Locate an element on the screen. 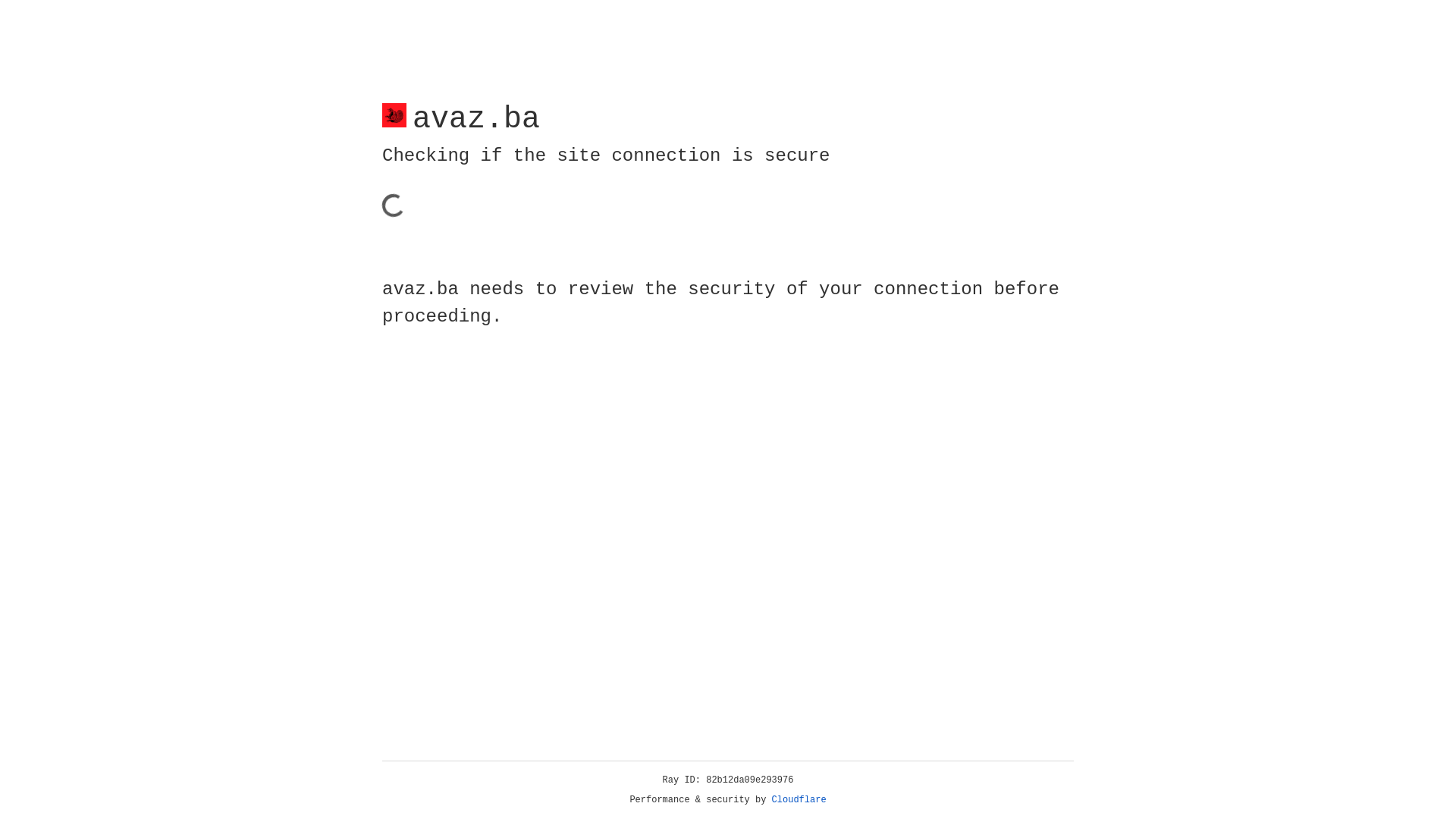 The image size is (1456, 819). 'Cloudflare' is located at coordinates (799, 799).